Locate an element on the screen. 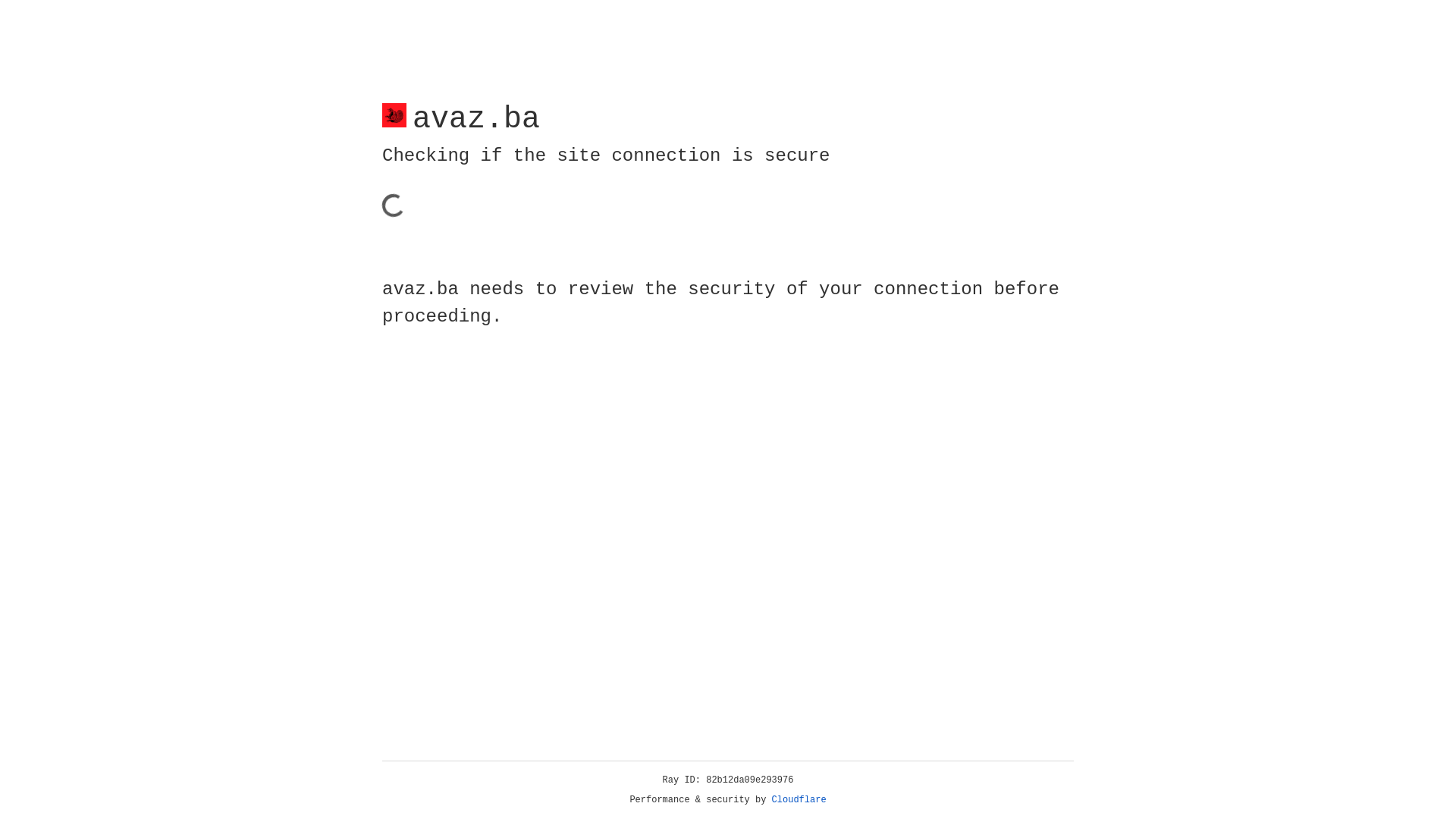 The image size is (1456, 819). 'Cloudflare' is located at coordinates (799, 799).